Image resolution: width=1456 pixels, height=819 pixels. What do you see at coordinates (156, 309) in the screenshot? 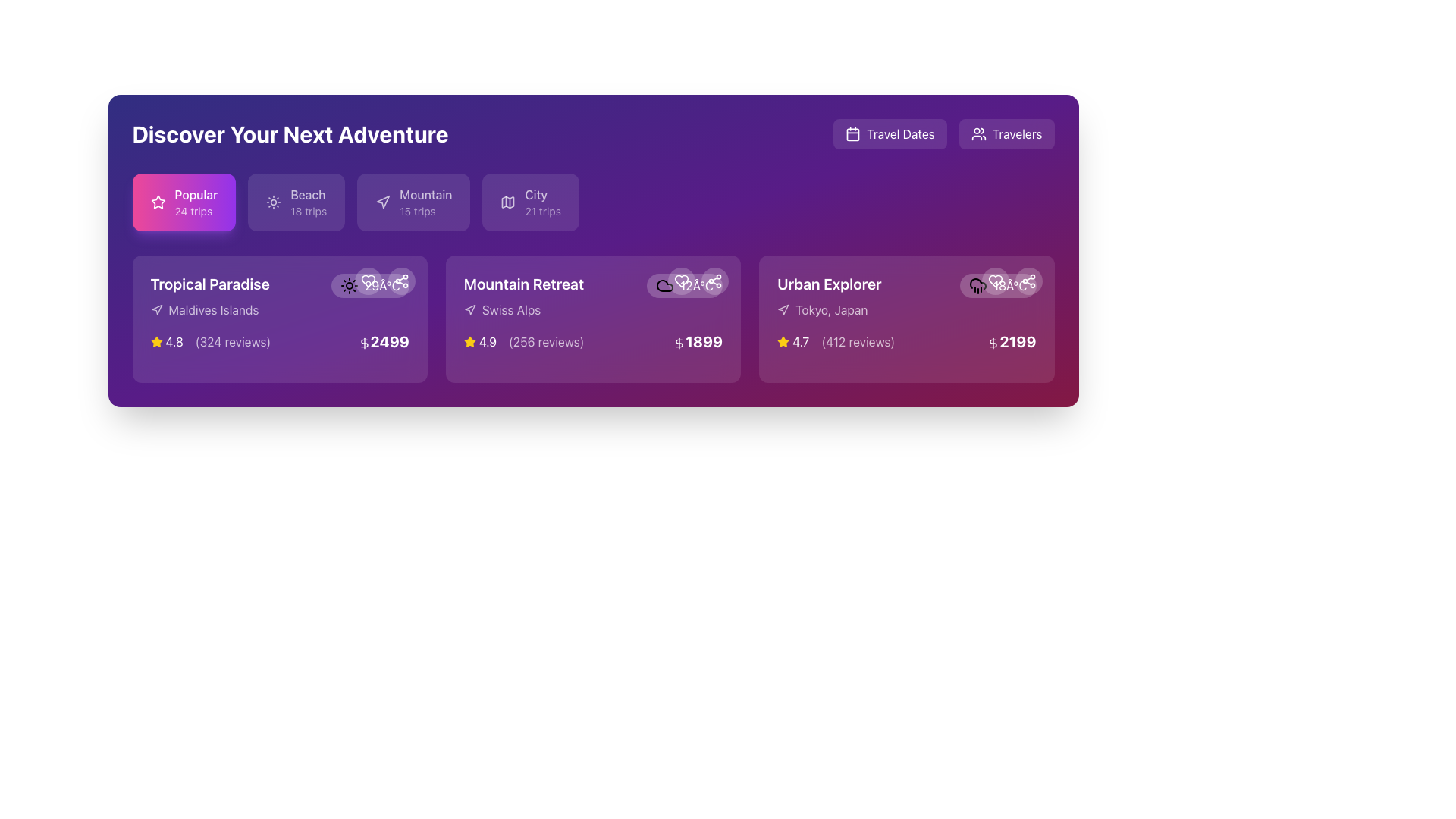
I see `the decorative icon that represents navigation or location, located to the immediate left of the 'Maldives Islands' text in the 'Tropical Paradise' section` at bounding box center [156, 309].